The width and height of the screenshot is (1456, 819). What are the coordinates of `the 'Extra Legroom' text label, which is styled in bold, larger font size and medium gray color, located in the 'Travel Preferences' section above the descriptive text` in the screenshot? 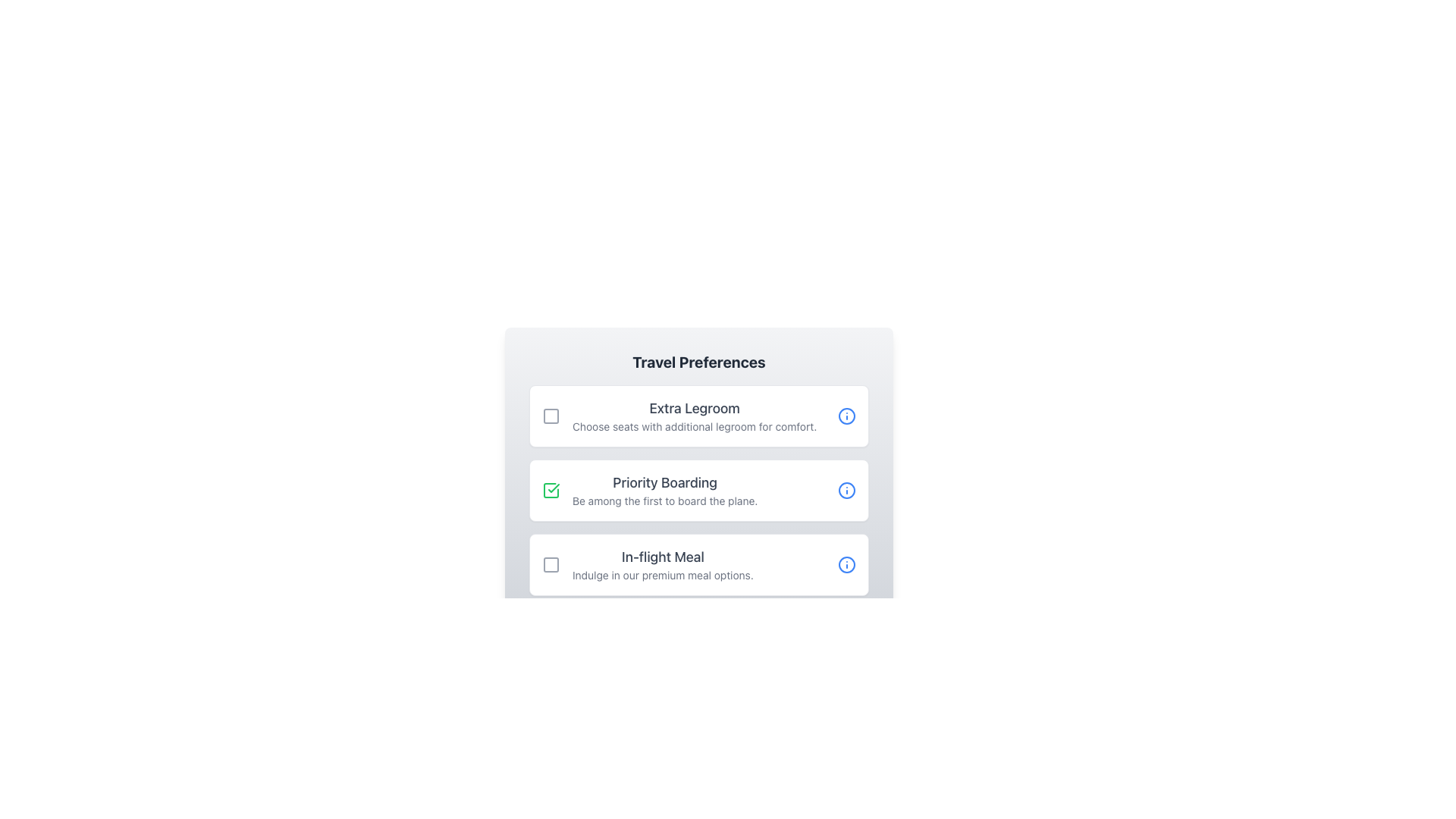 It's located at (694, 408).